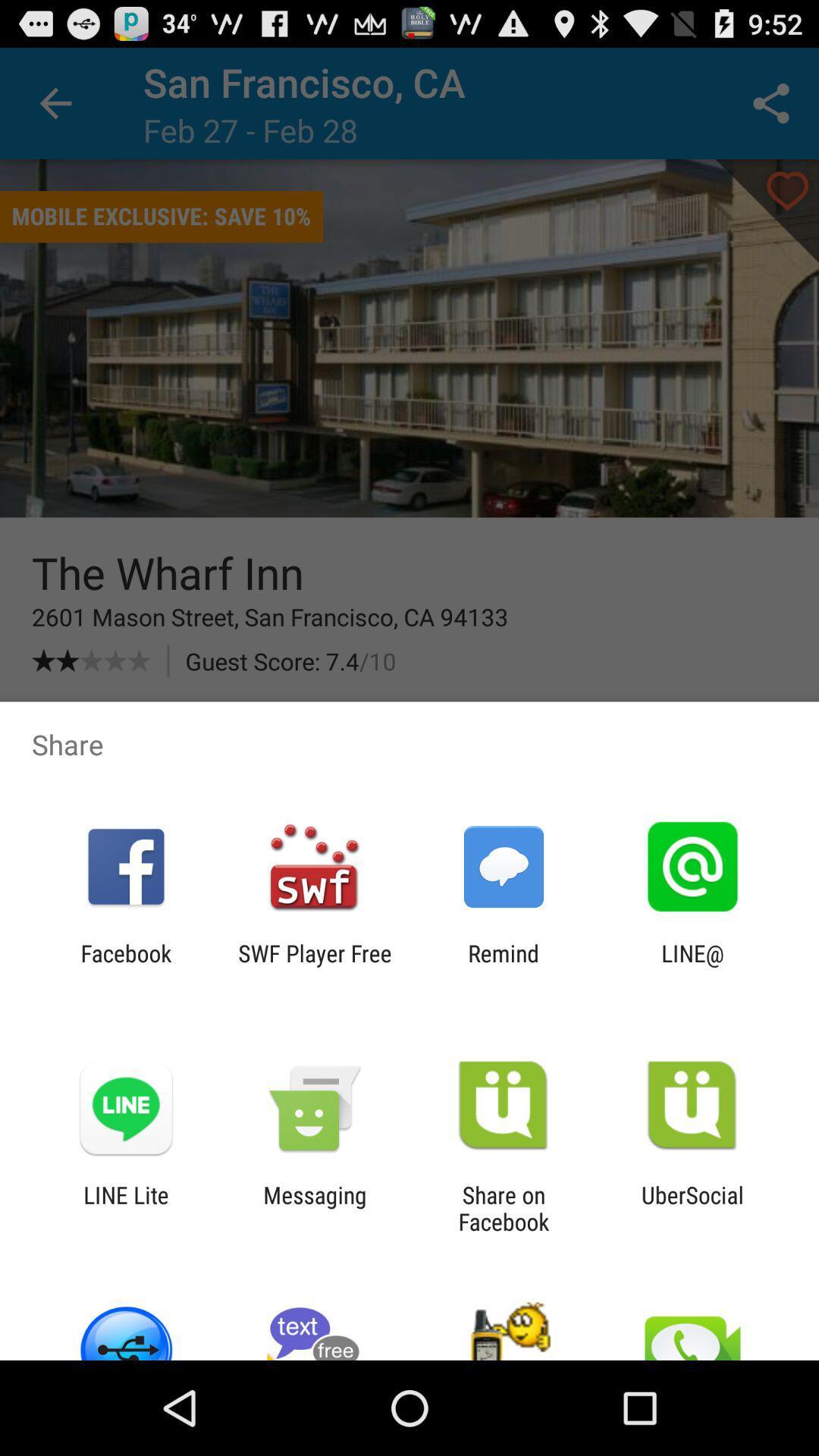 The width and height of the screenshot is (819, 1456). Describe the element at coordinates (504, 966) in the screenshot. I see `the remind icon` at that location.